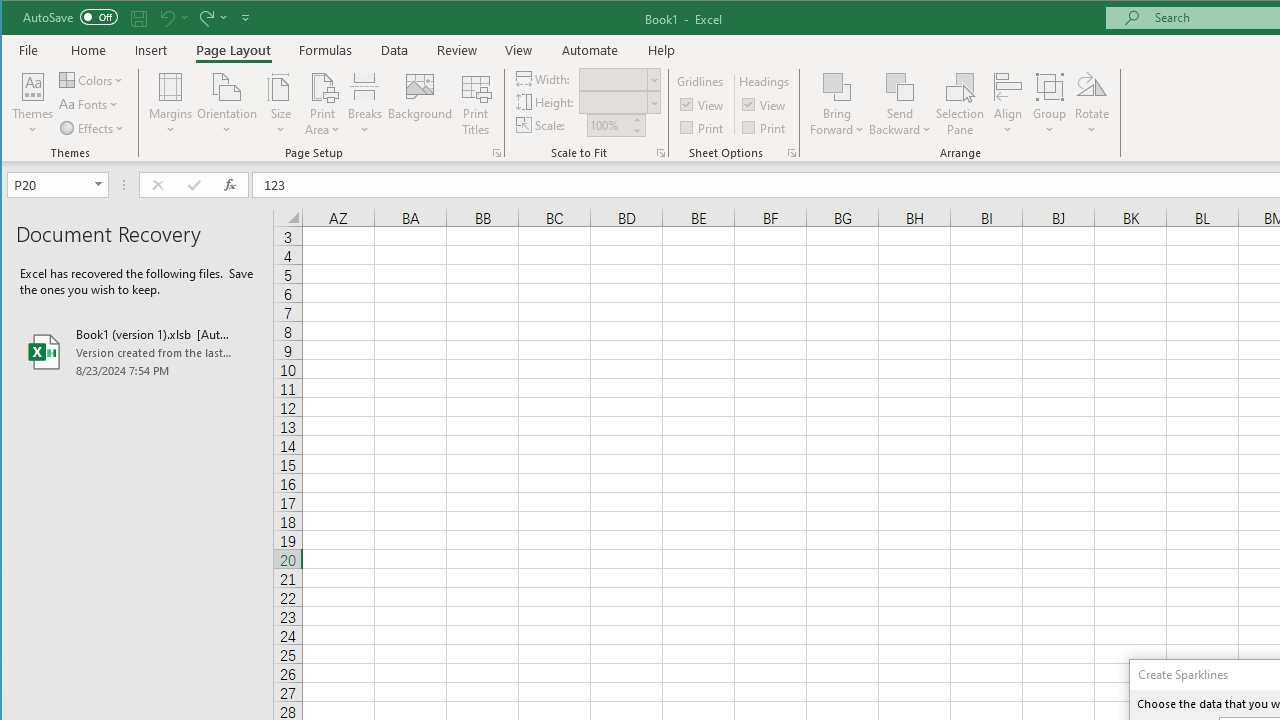  What do you see at coordinates (837, 104) in the screenshot?
I see `'Bring Forward'` at bounding box center [837, 104].